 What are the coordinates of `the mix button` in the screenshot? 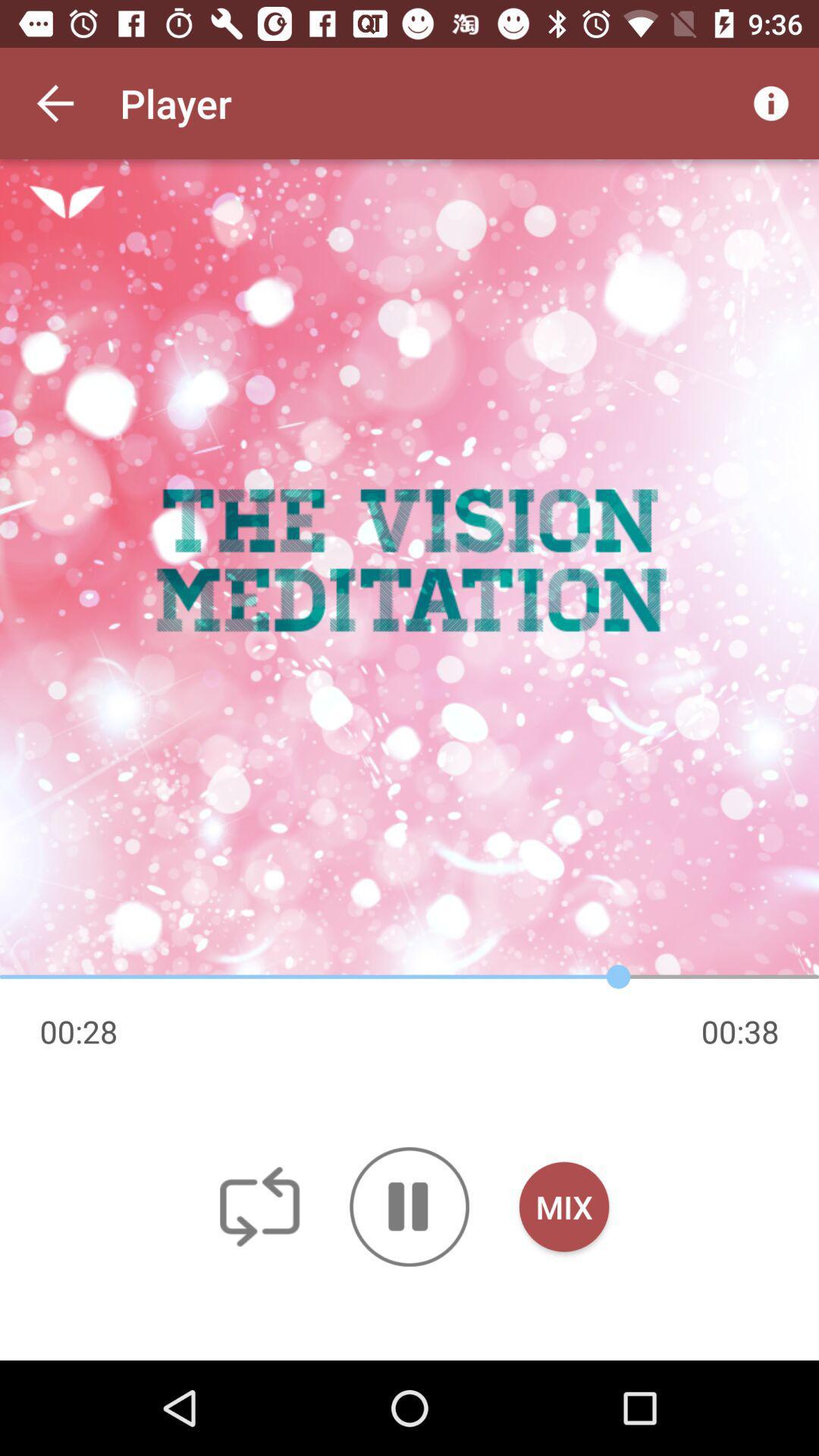 It's located at (564, 1206).